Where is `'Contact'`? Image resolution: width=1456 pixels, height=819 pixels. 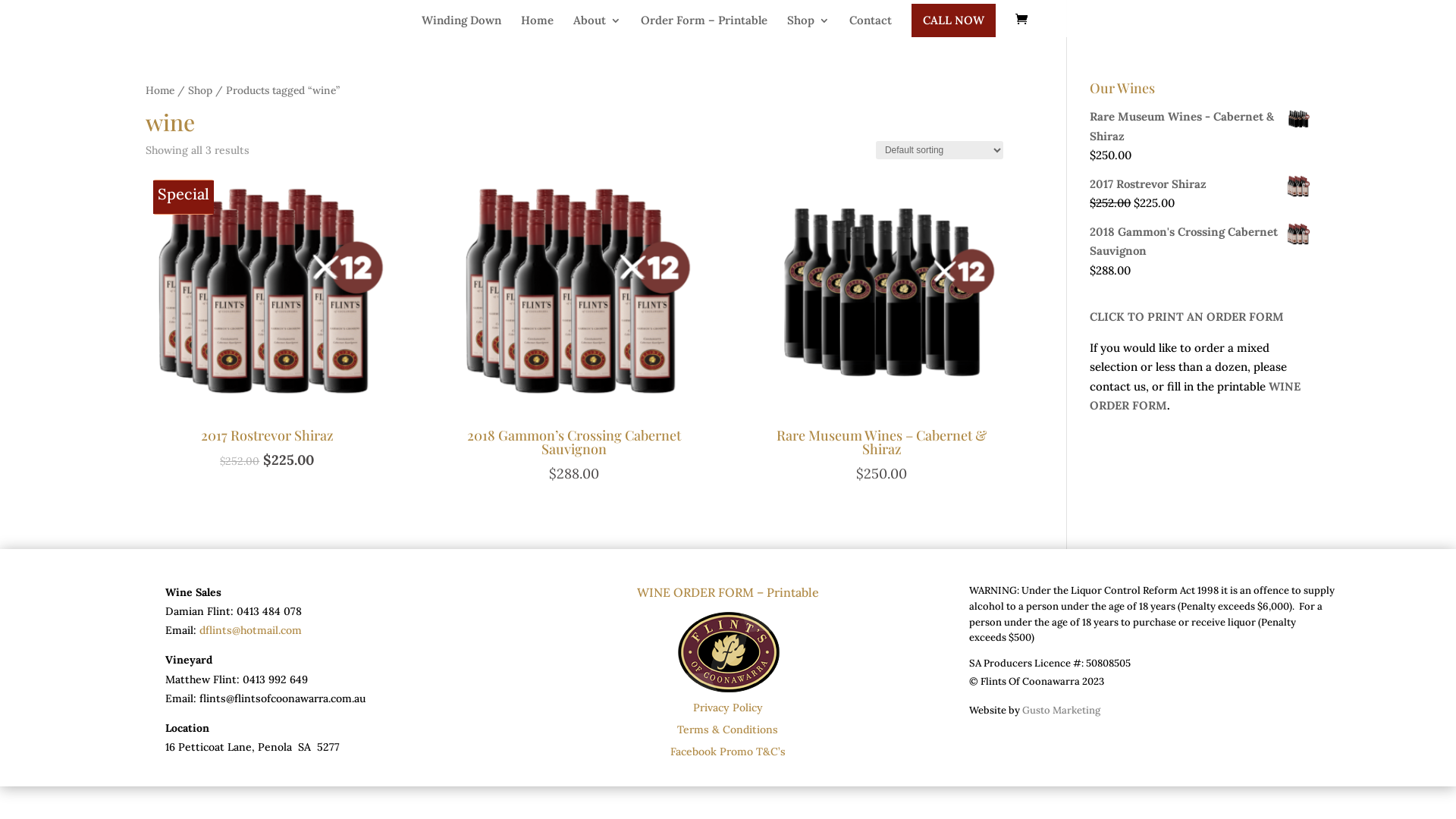 'Contact' is located at coordinates (848, 22).